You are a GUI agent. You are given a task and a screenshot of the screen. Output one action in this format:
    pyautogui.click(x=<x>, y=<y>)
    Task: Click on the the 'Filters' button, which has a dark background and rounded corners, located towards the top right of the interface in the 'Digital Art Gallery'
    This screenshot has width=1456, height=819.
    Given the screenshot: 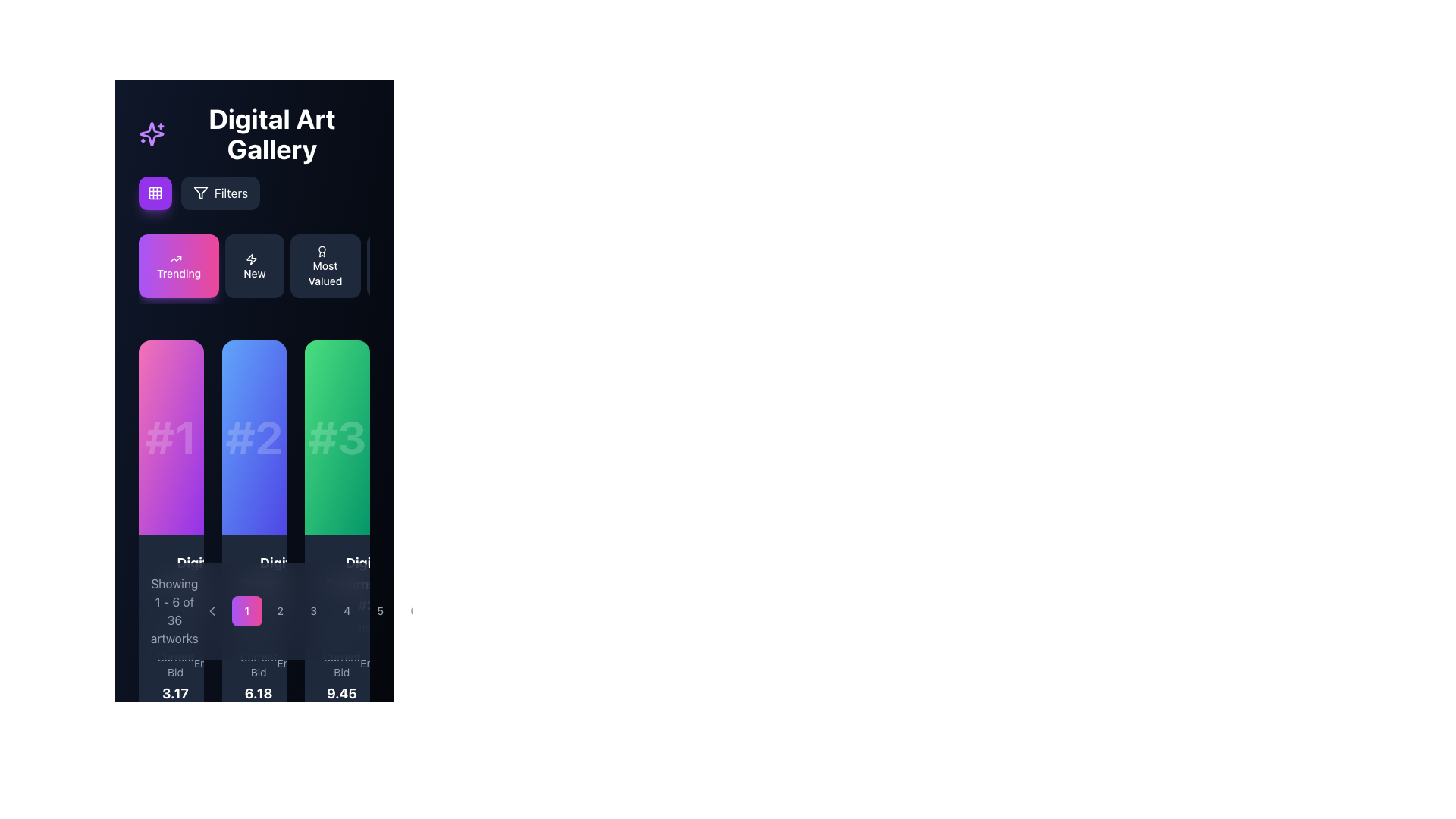 What is the action you would take?
    pyautogui.click(x=199, y=192)
    